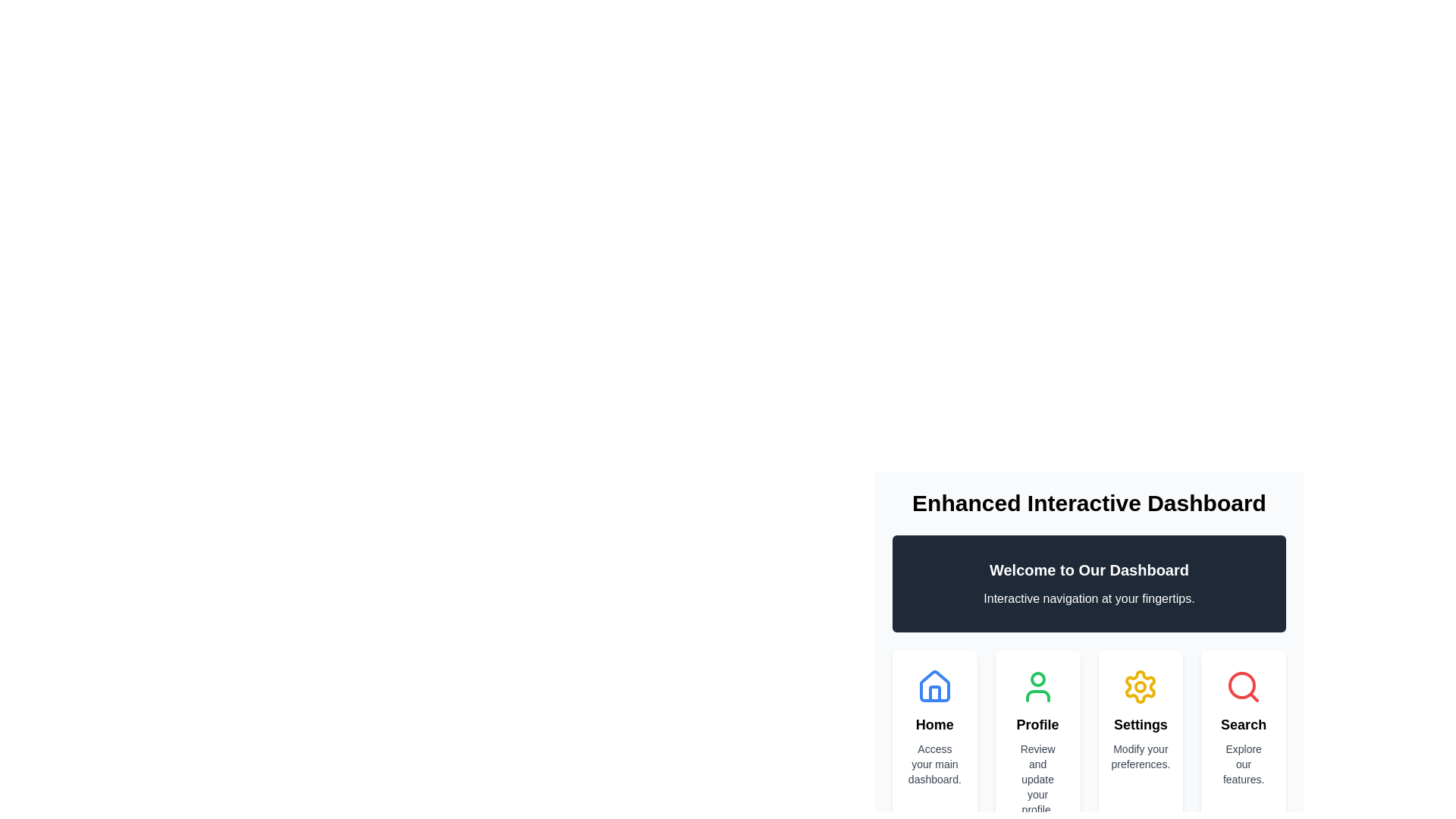  What do you see at coordinates (934, 764) in the screenshot?
I see `the text label that provides a short description about the 'Home' navigation feature, which is located beneath the 'Home' label and icon within the first card on the dashboard` at bounding box center [934, 764].